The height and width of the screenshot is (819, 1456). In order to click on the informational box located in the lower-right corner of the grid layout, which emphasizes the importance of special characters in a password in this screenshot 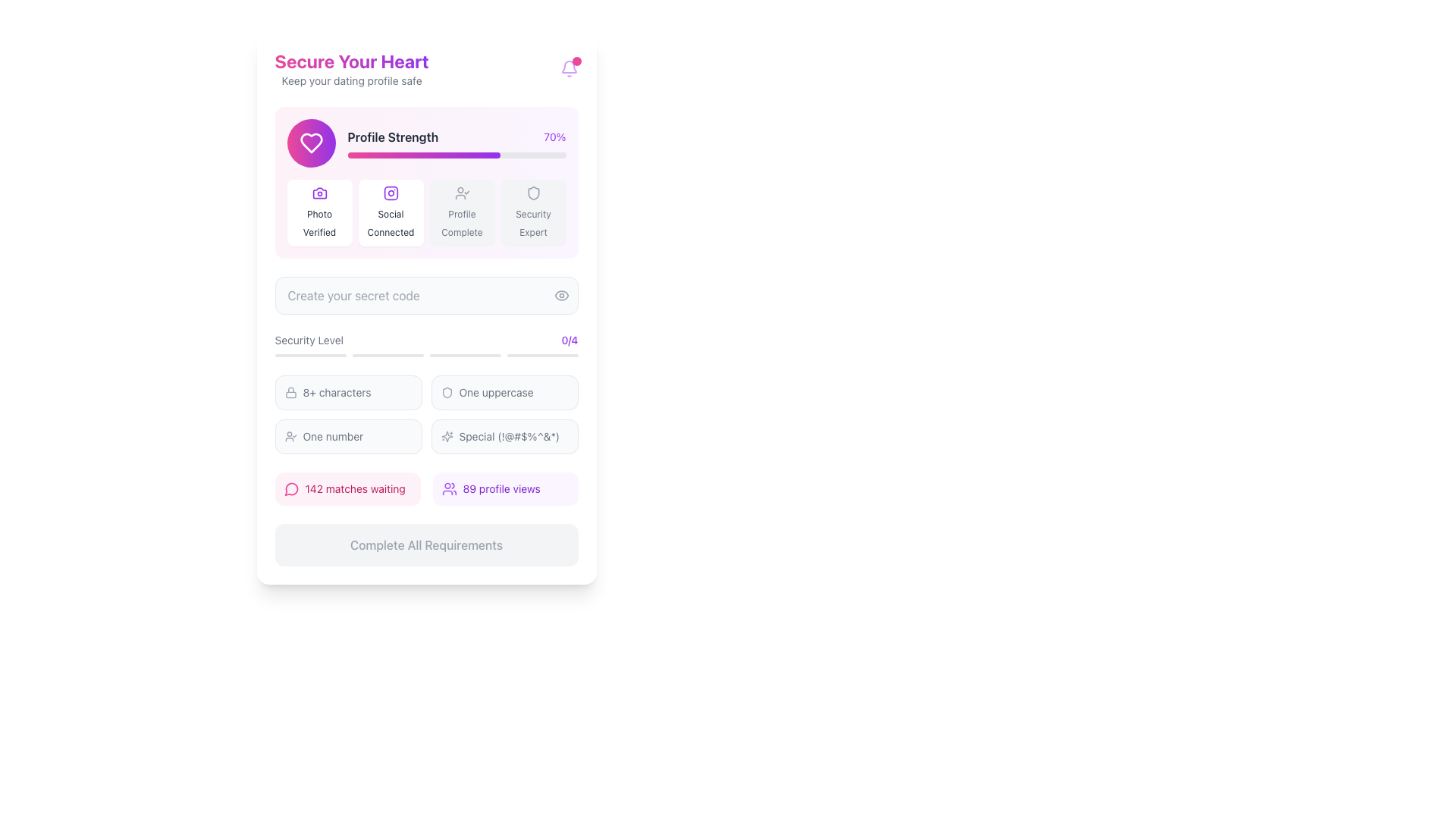, I will do `click(504, 436)`.